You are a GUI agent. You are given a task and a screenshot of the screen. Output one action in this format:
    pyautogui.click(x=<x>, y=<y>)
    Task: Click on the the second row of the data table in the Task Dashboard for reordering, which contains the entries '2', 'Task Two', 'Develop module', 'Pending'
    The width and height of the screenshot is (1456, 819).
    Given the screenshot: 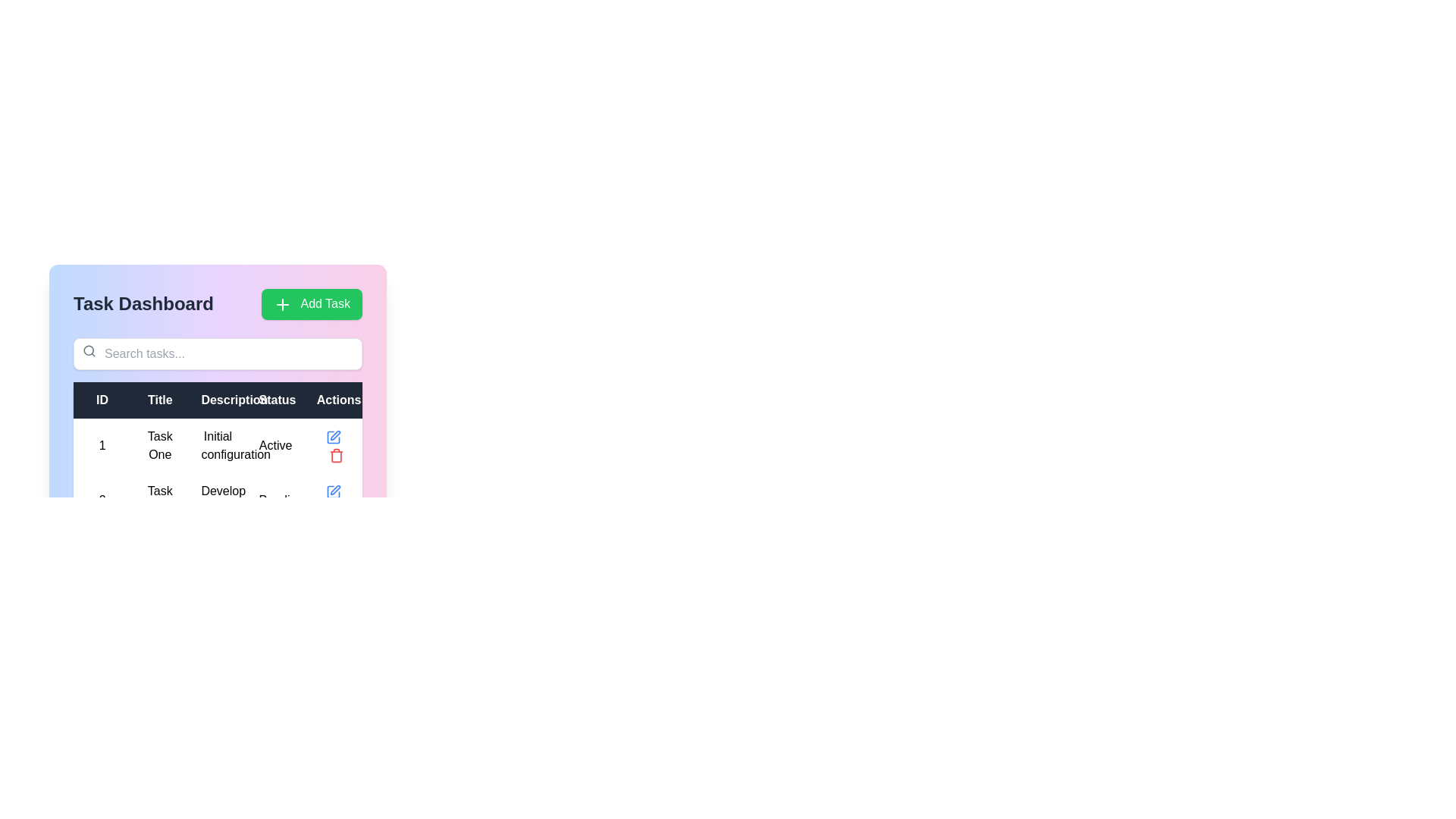 What is the action you would take?
    pyautogui.click(x=217, y=500)
    